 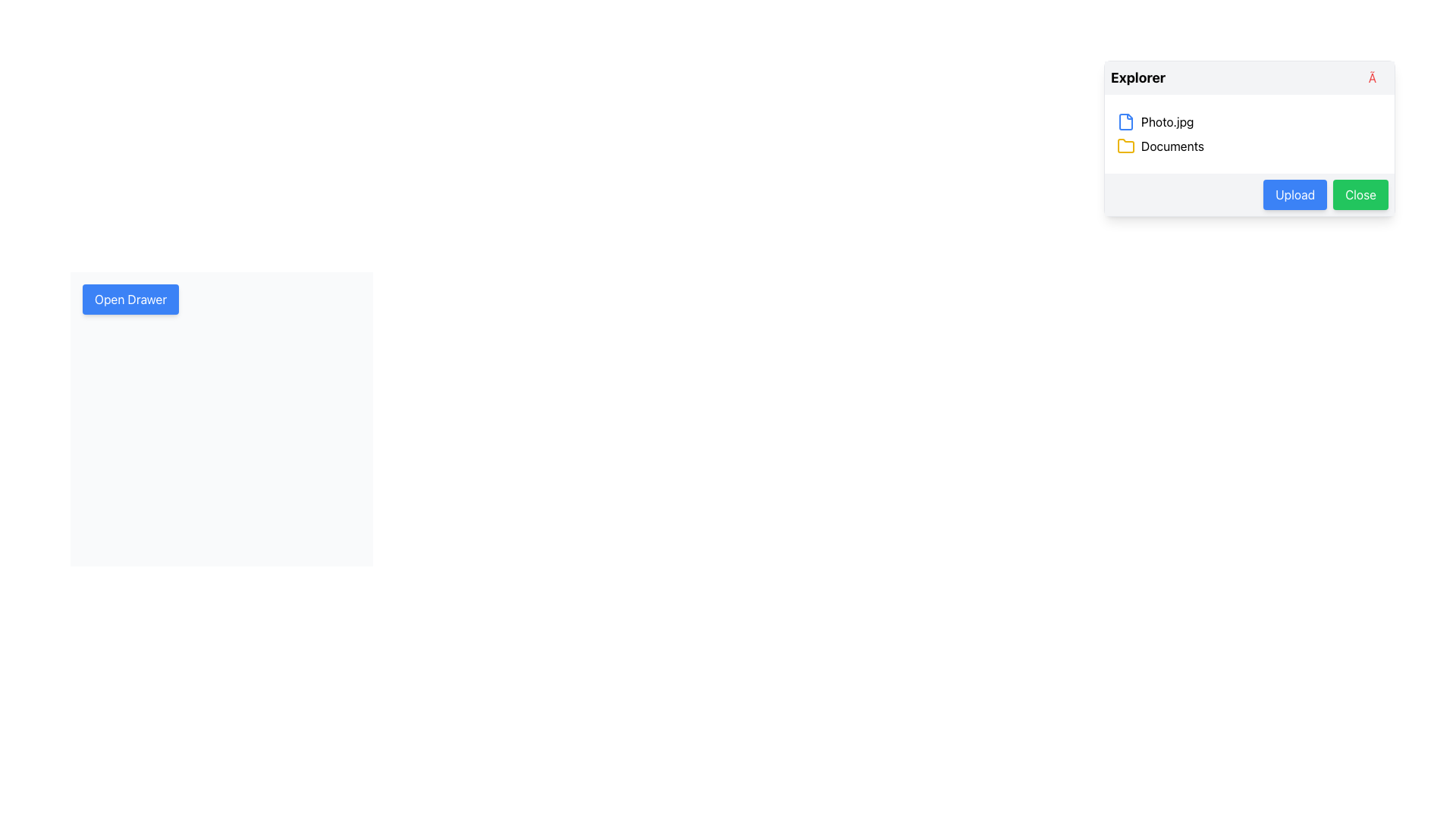 I want to click on the text label displaying 'Photo.jpg', so click(x=1166, y=121).